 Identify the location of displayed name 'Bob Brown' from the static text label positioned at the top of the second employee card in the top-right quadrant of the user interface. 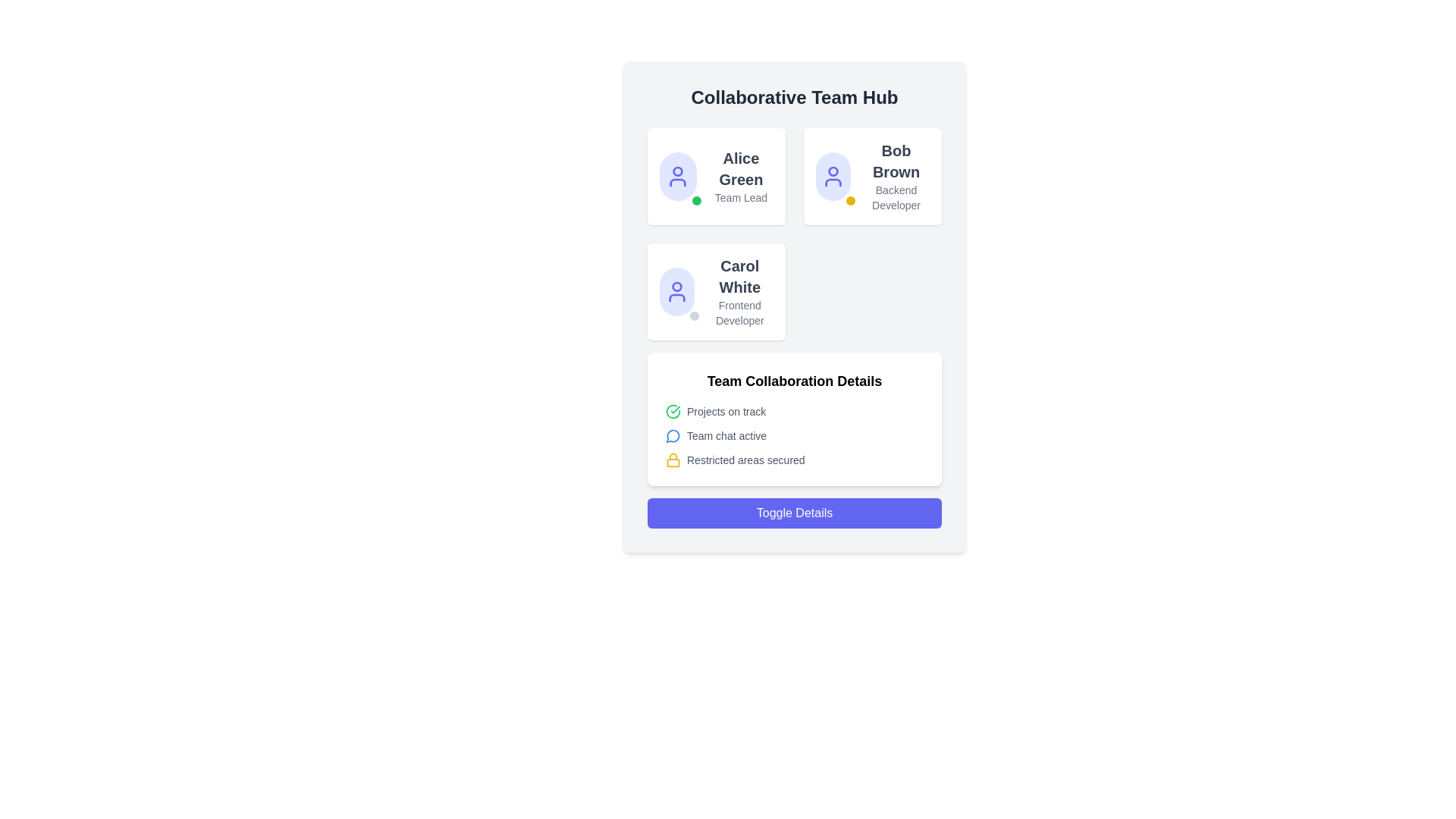
(896, 161).